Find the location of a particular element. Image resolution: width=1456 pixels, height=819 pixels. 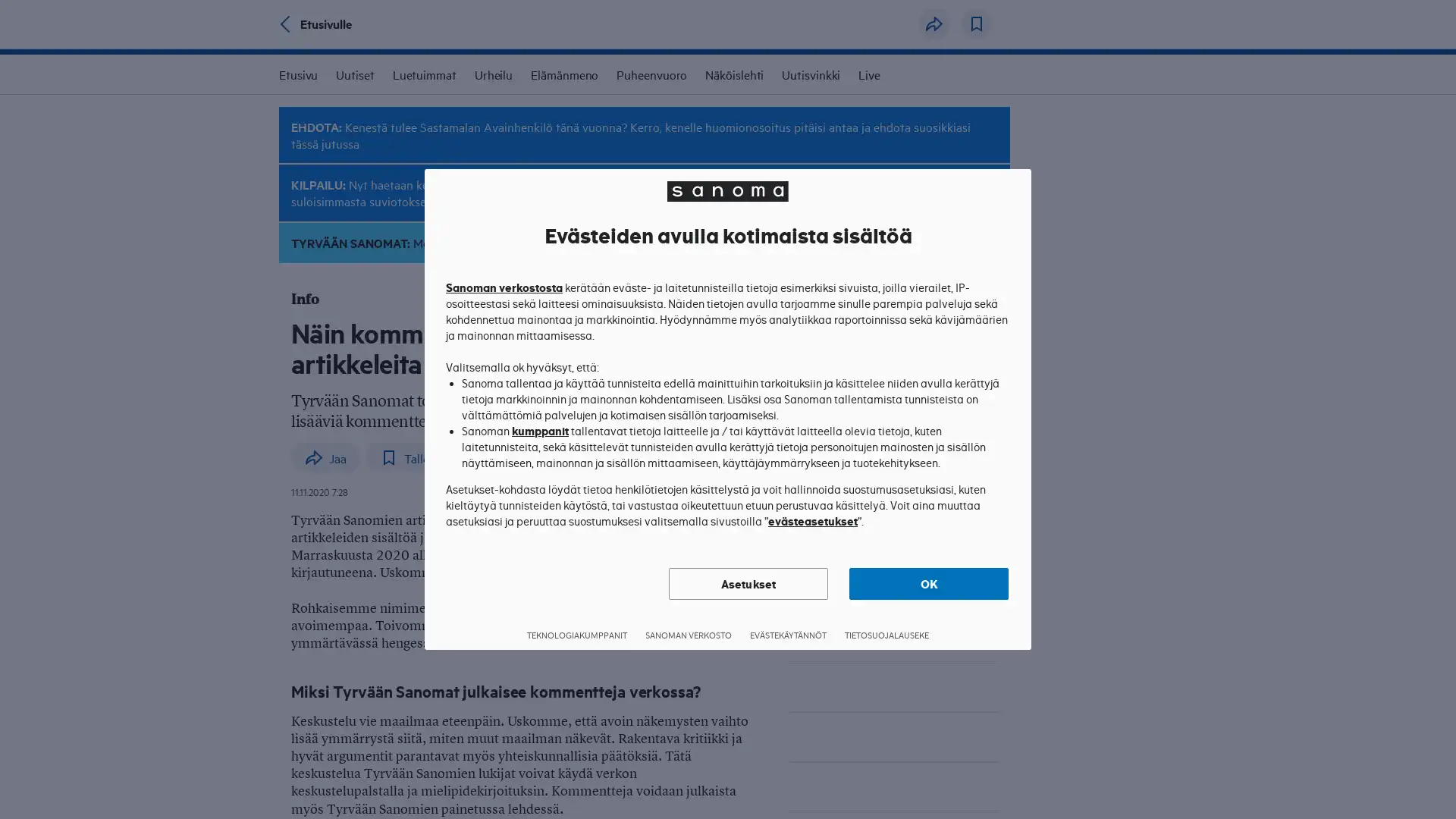

Jaa is located at coordinates (934, 24).